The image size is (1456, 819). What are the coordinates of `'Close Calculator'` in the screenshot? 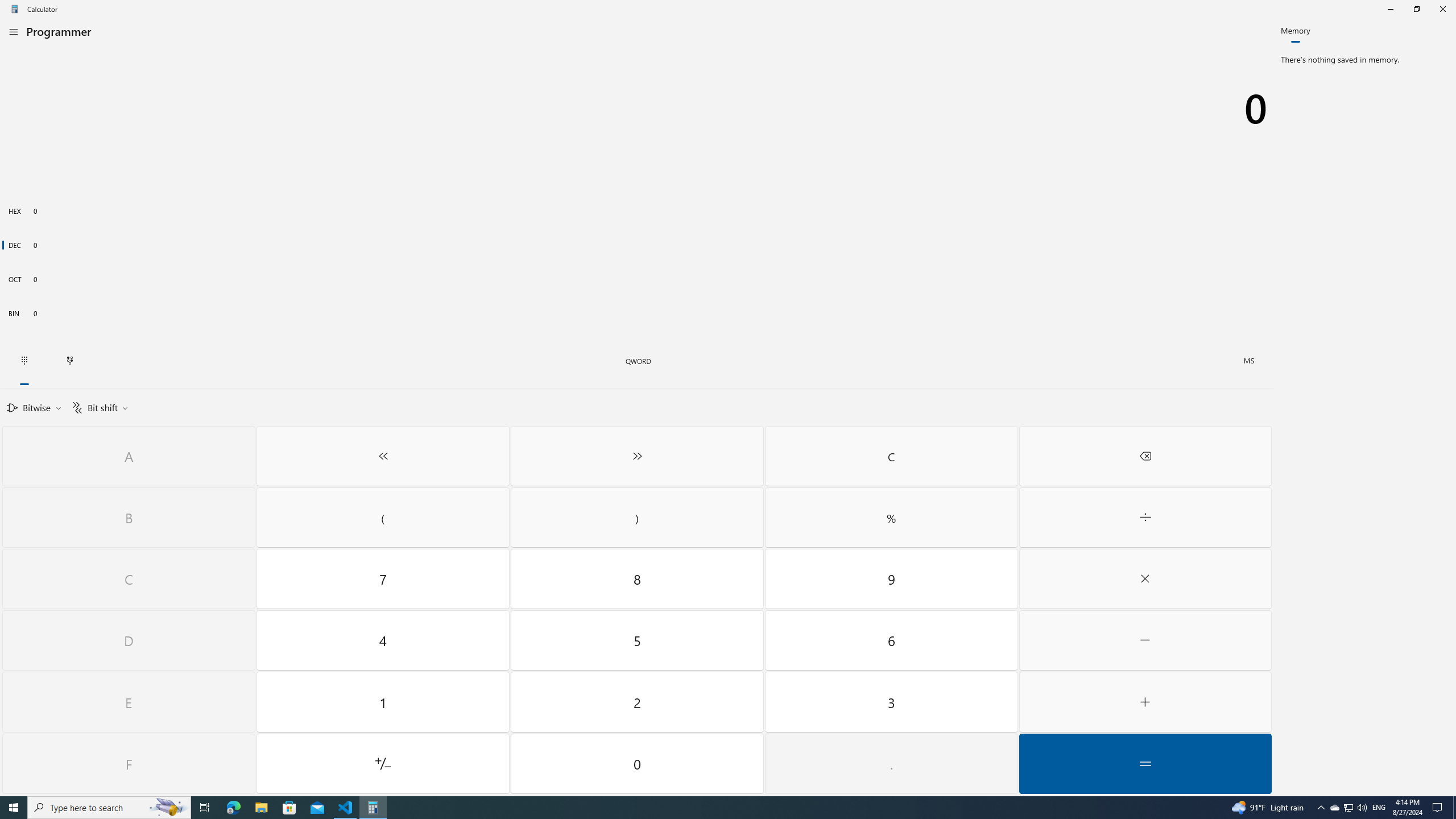 It's located at (1442, 9).